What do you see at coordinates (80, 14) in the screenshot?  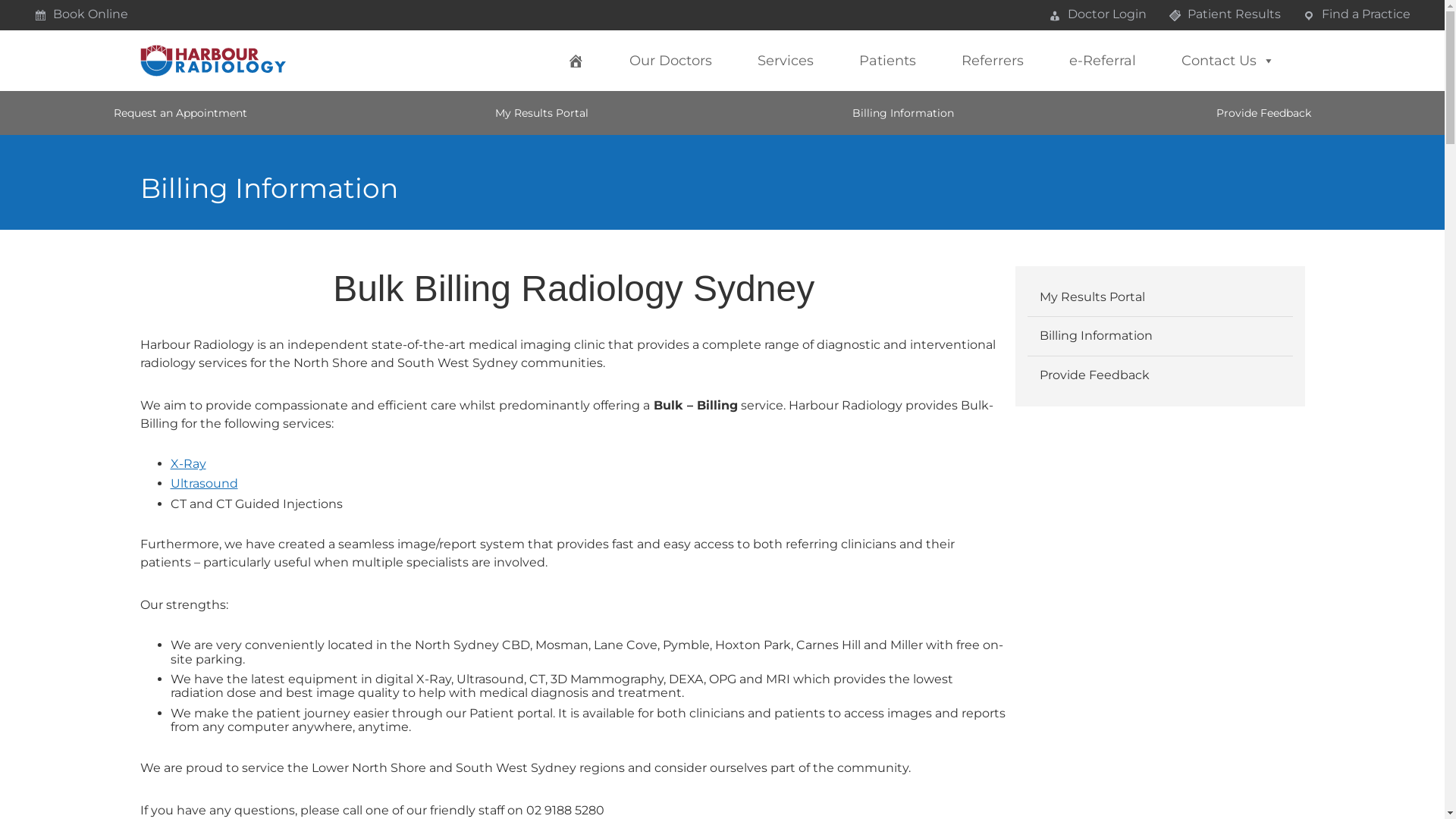 I see `'Book Online'` at bounding box center [80, 14].